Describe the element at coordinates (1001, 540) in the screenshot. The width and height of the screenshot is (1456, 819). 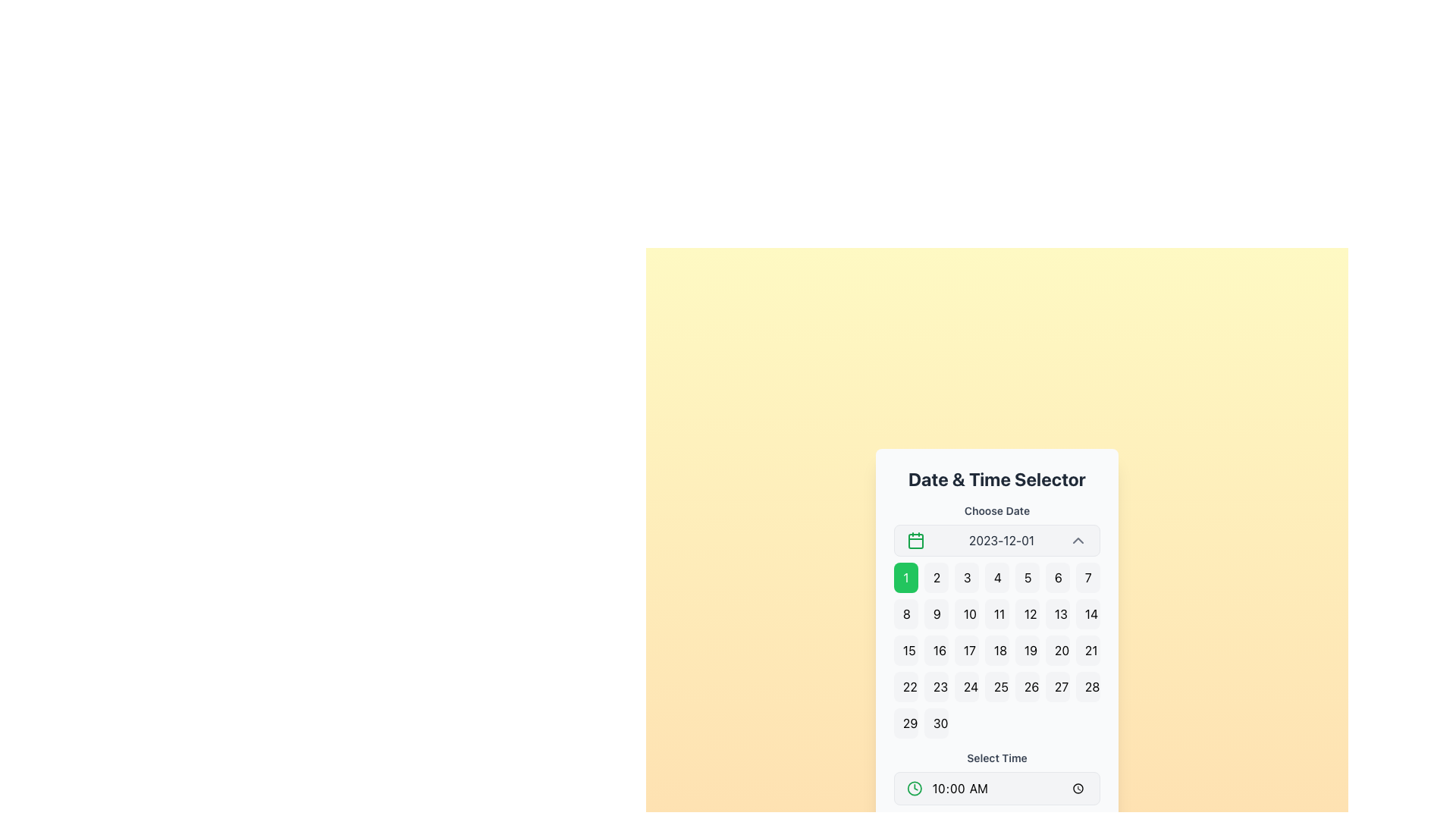
I see `the Text Display element that shows the date '2023-12-01', which is located between a green calendar icon and an upward-pointing chevron icon` at that location.